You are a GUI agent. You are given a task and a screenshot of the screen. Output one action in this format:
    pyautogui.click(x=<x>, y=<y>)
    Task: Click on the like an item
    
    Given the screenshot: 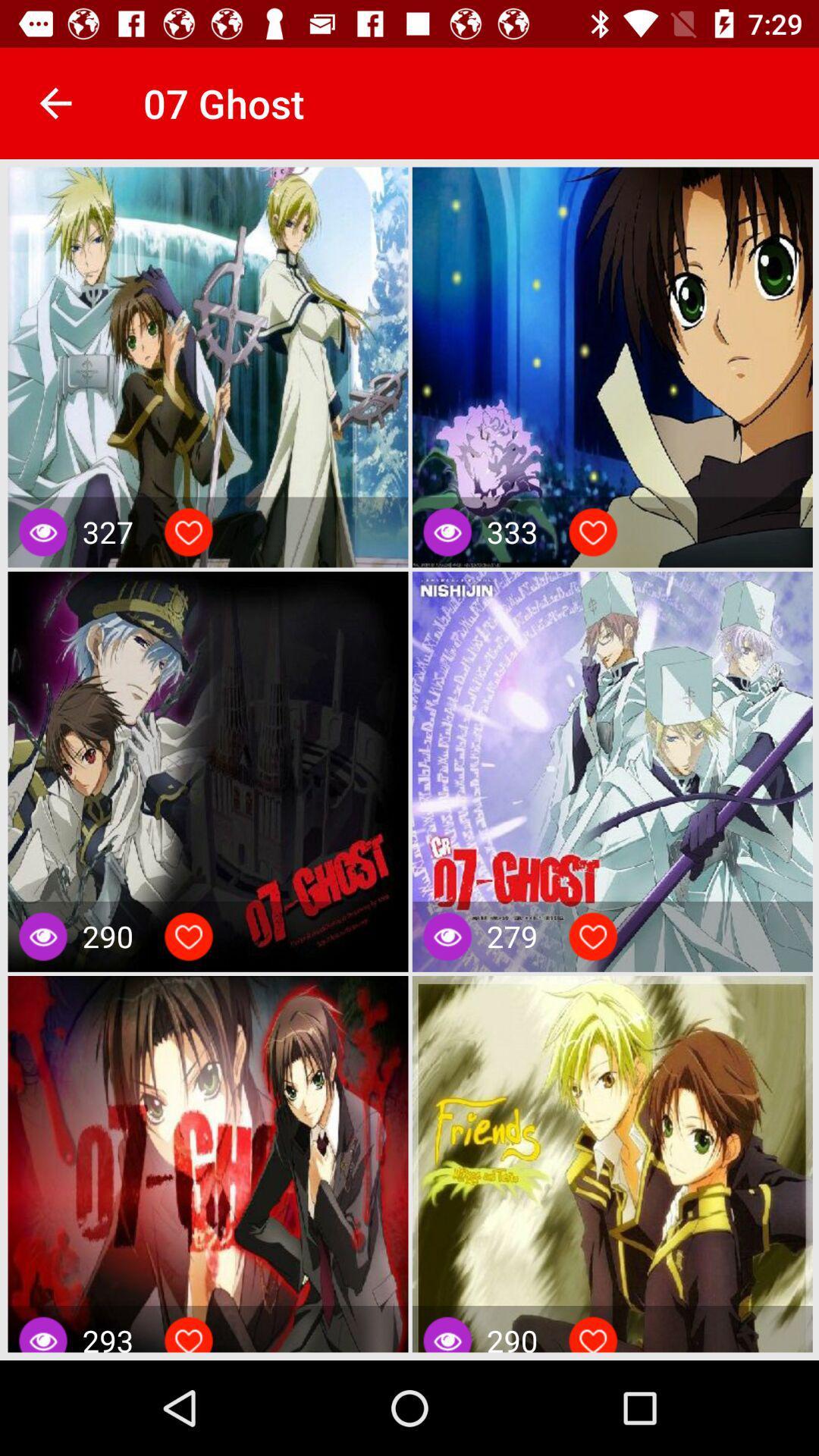 What is the action you would take?
    pyautogui.click(x=188, y=936)
    